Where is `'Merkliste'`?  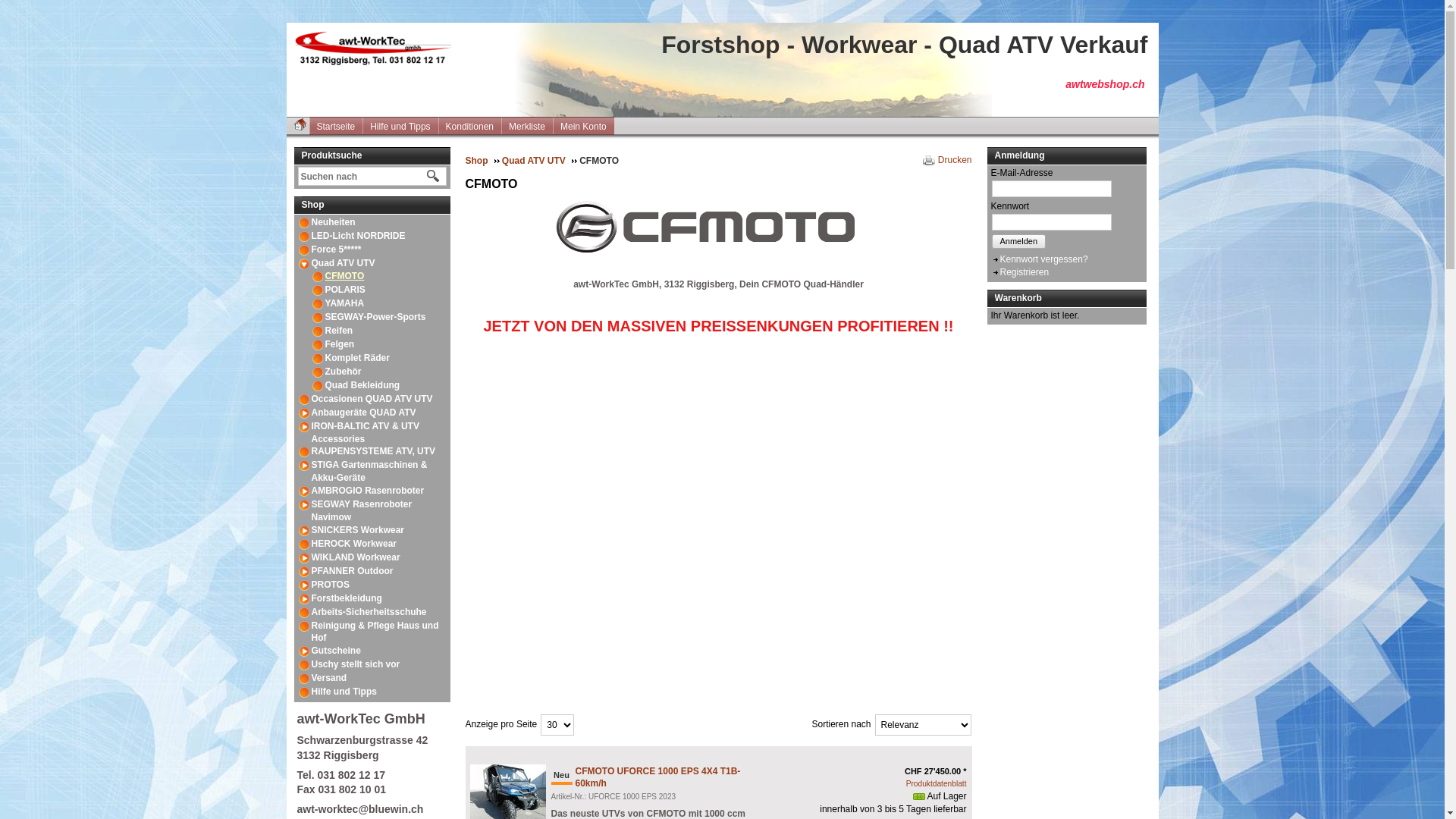
'Merkliste' is located at coordinates (531, 125).